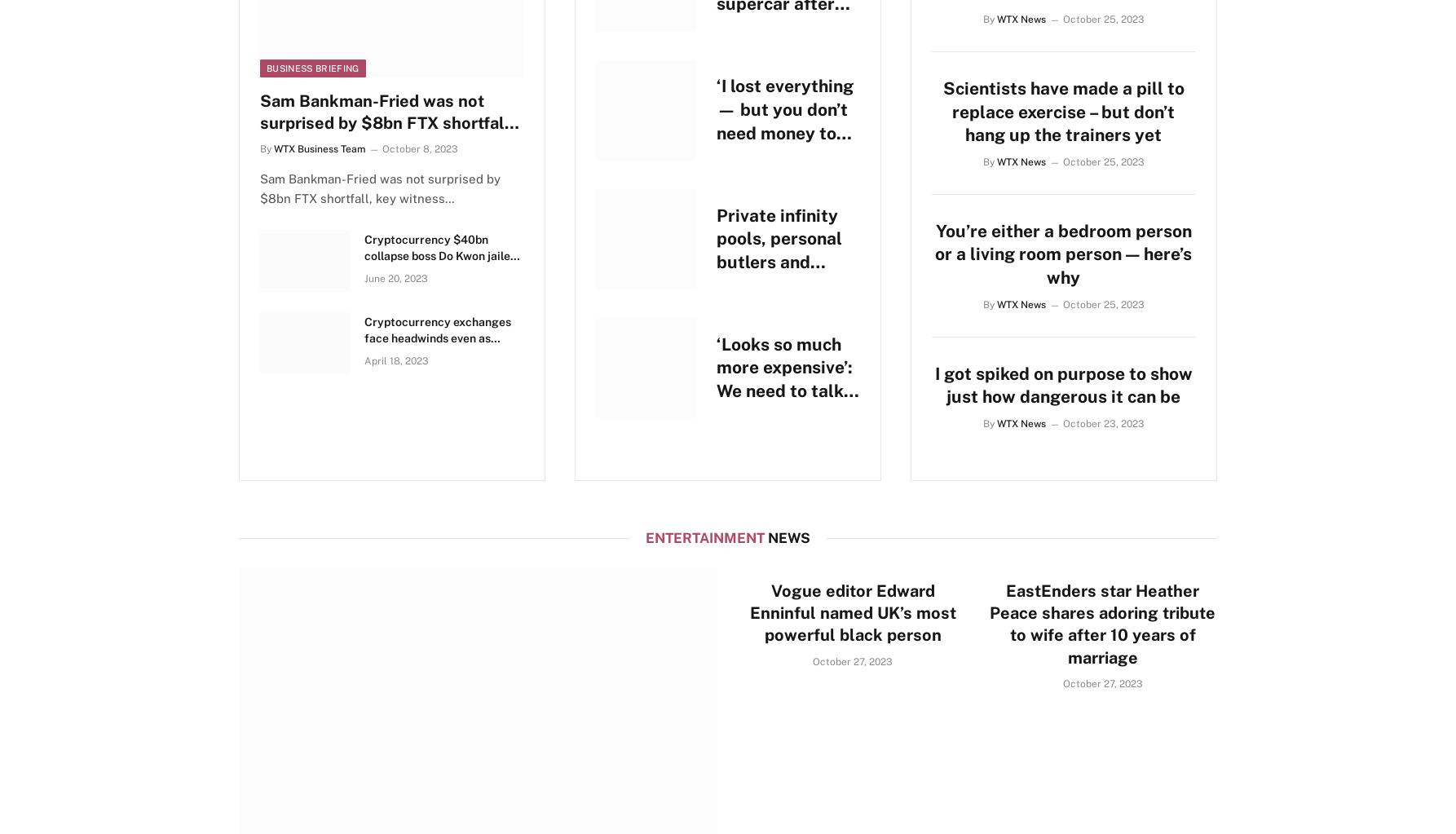 This screenshot has height=834, width=1456. What do you see at coordinates (716, 295) in the screenshot?
I see `'Private infinity pools, personal butlers and bathtubs for two – a peek inside Bali’s most exclusive celebrity hotels'` at bounding box center [716, 295].